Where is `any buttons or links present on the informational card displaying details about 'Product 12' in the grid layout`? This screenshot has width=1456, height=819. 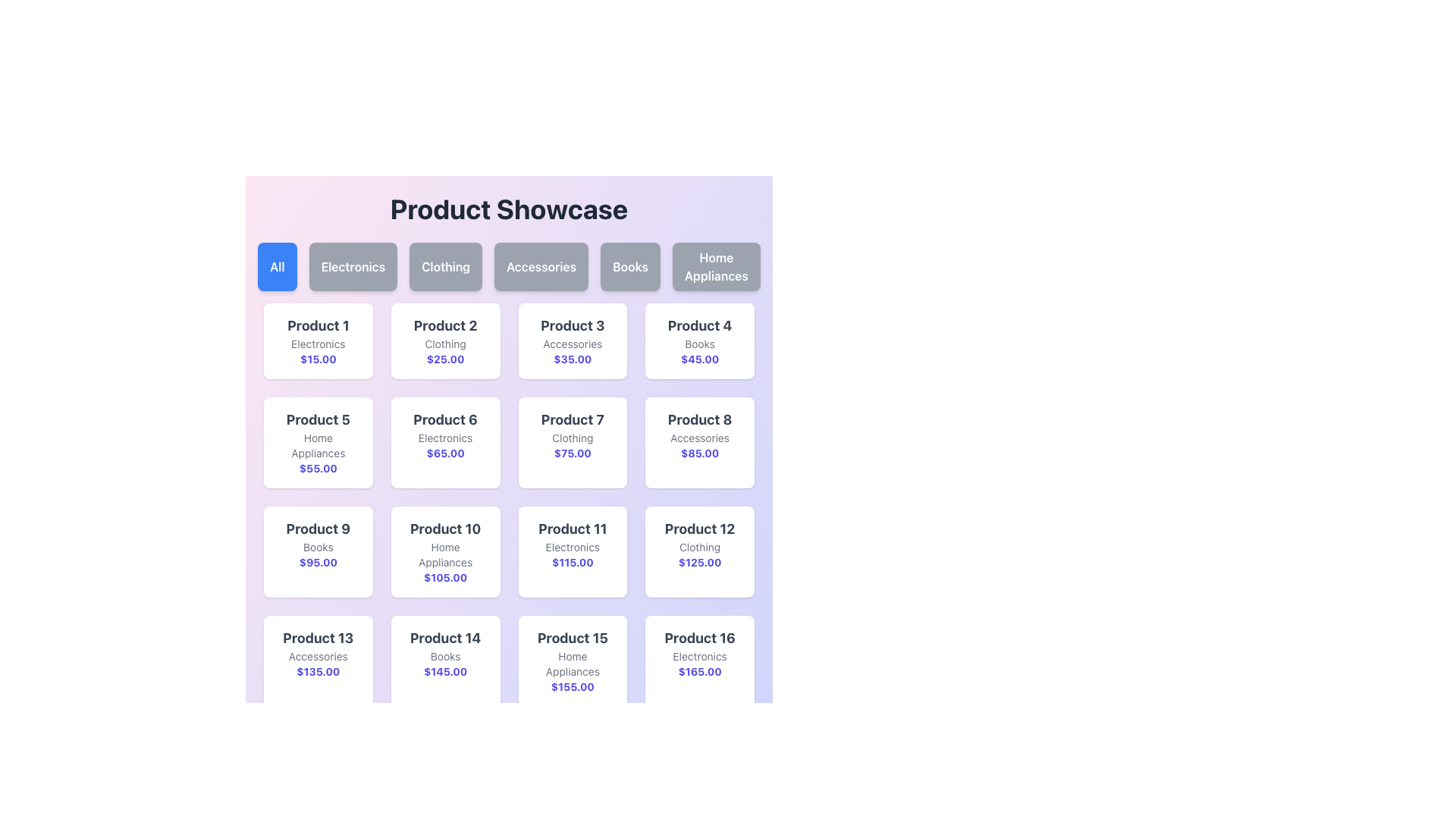 any buttons or links present on the informational card displaying details about 'Product 12' in the grid layout is located at coordinates (698, 552).